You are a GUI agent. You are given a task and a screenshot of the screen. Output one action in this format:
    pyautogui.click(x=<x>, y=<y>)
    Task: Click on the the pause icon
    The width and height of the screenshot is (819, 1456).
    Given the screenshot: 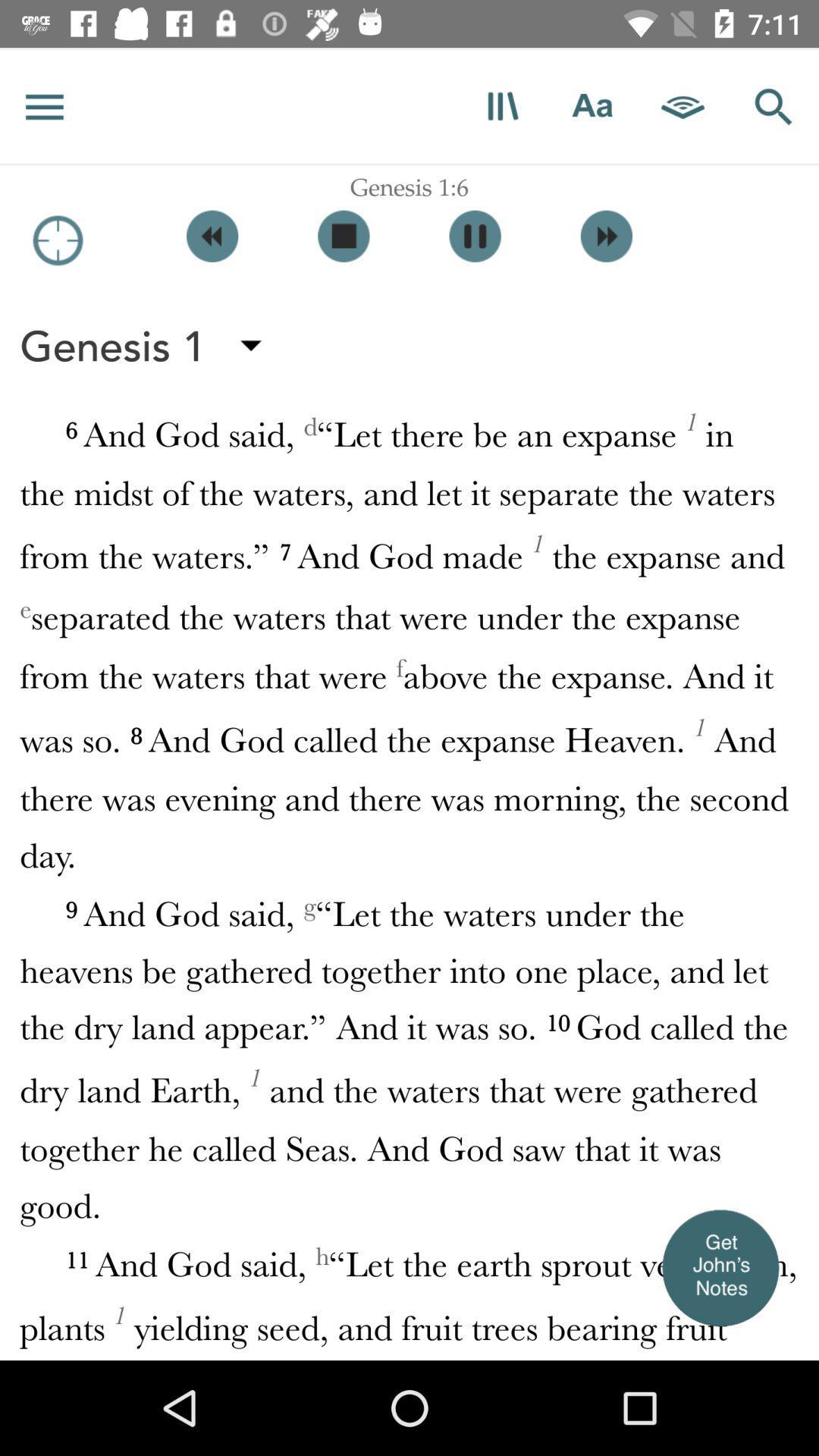 What is the action you would take?
    pyautogui.click(x=474, y=235)
    